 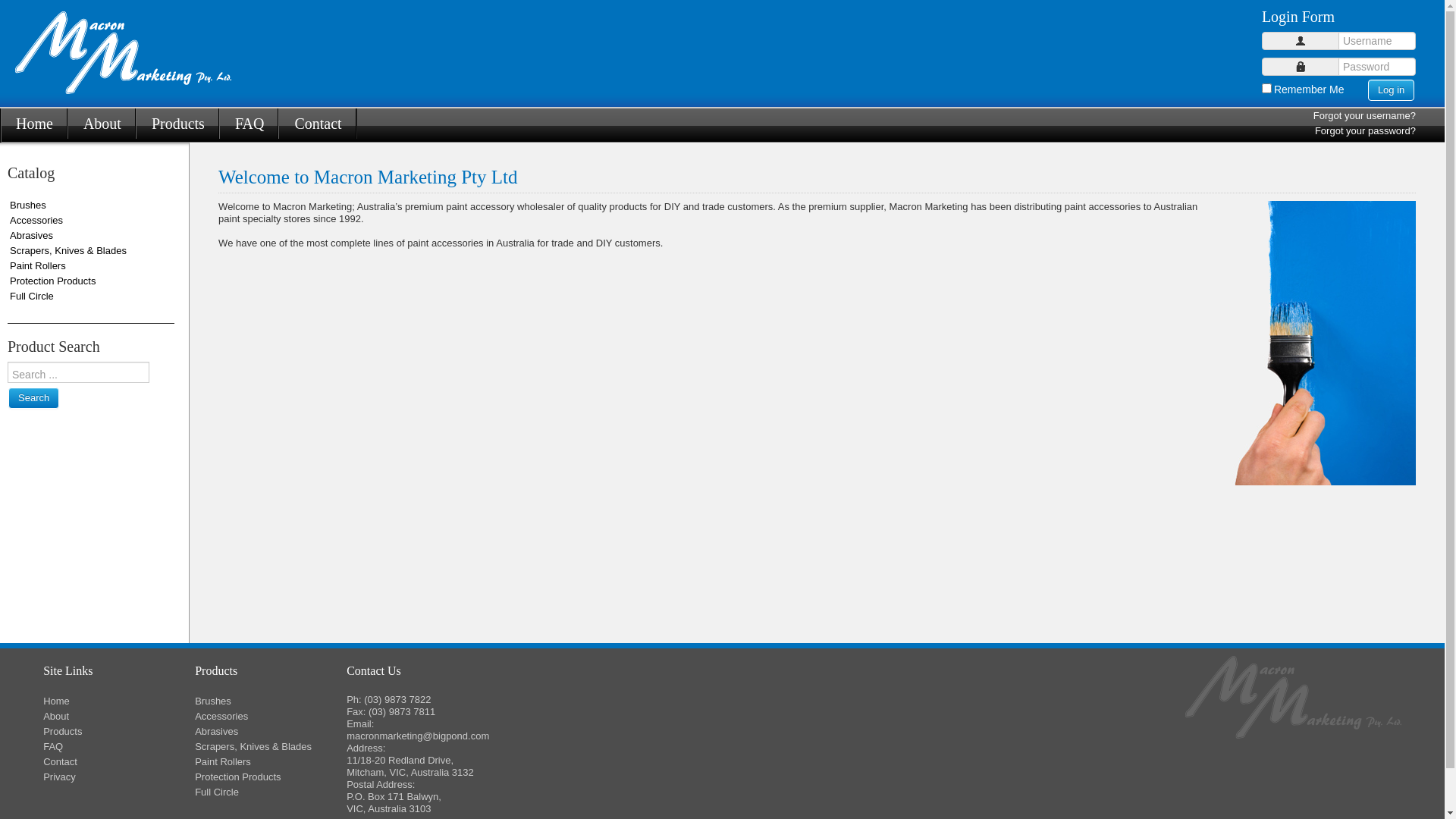 What do you see at coordinates (1299, 40) in the screenshot?
I see `'Username'` at bounding box center [1299, 40].